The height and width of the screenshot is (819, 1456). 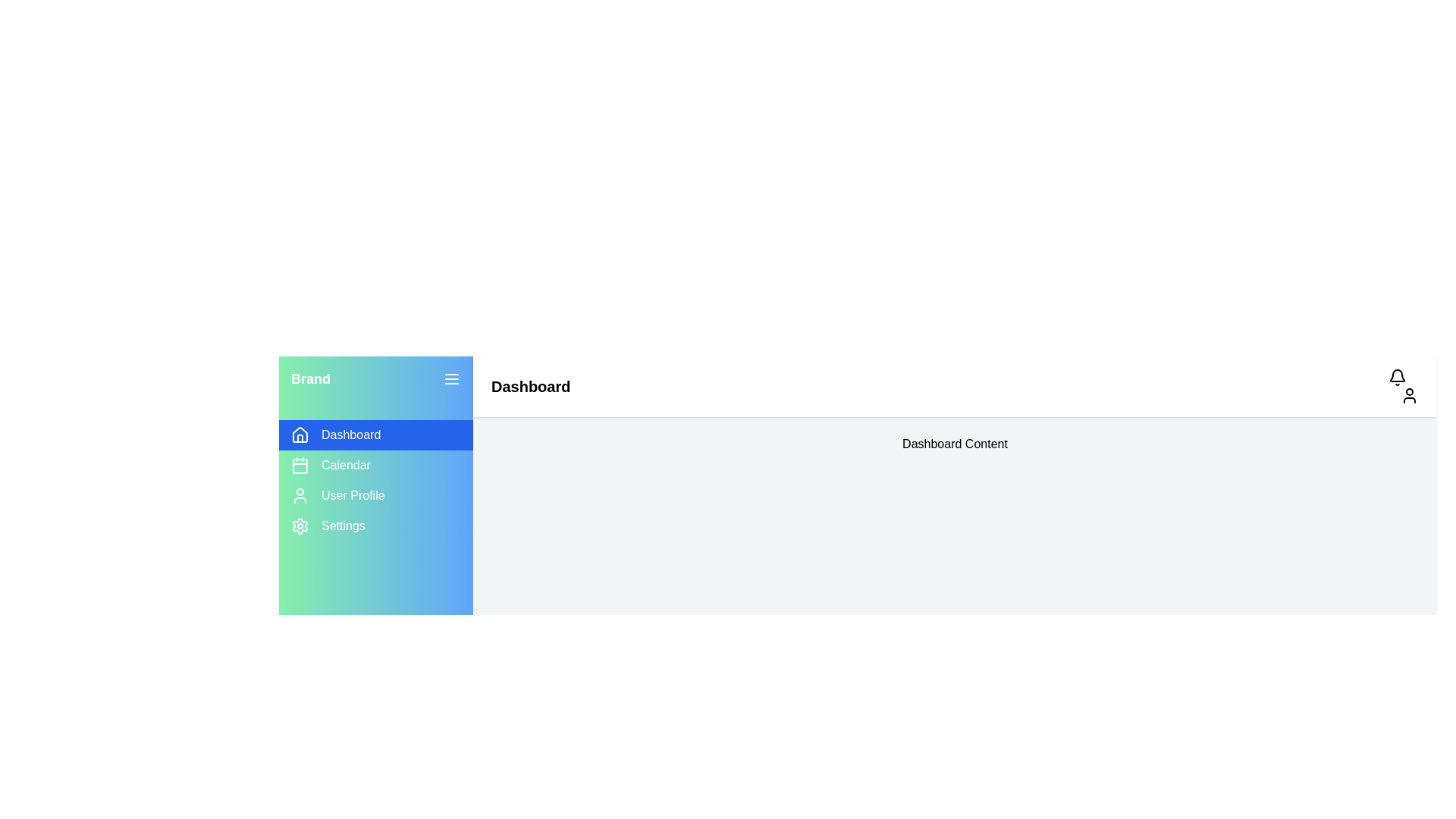 What do you see at coordinates (375, 496) in the screenshot?
I see `the 'User Profile' button, which features a user silhouette icon and white text on a gradient background, located in the vertical navigation menu on the left sidebar` at bounding box center [375, 496].